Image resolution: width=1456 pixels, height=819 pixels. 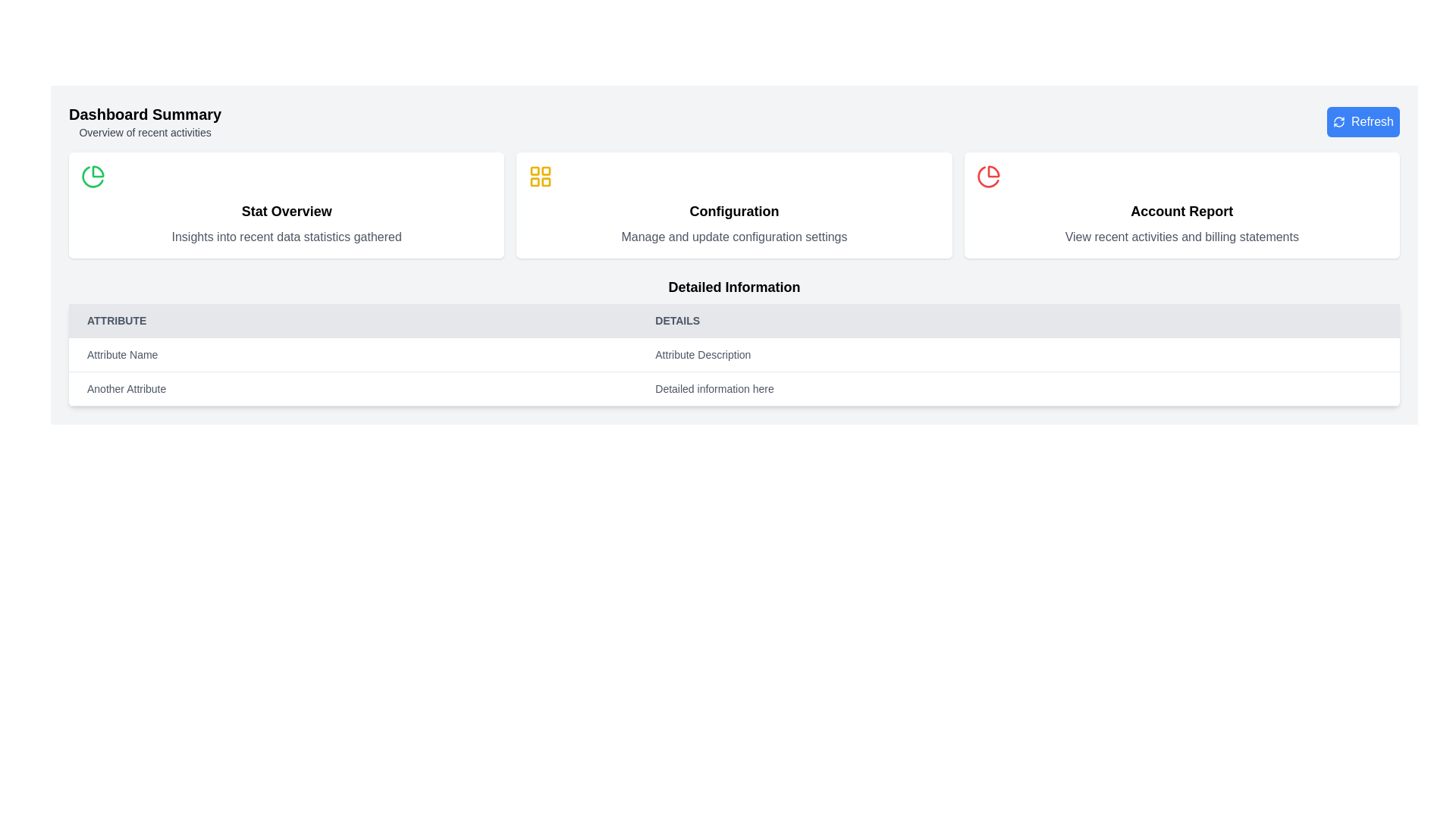 What do you see at coordinates (1181, 211) in the screenshot?
I see `text of the 'Account Report' heading, which is a bold and prominent text styled with a large font size, located within a white, rounded rectangular card` at bounding box center [1181, 211].